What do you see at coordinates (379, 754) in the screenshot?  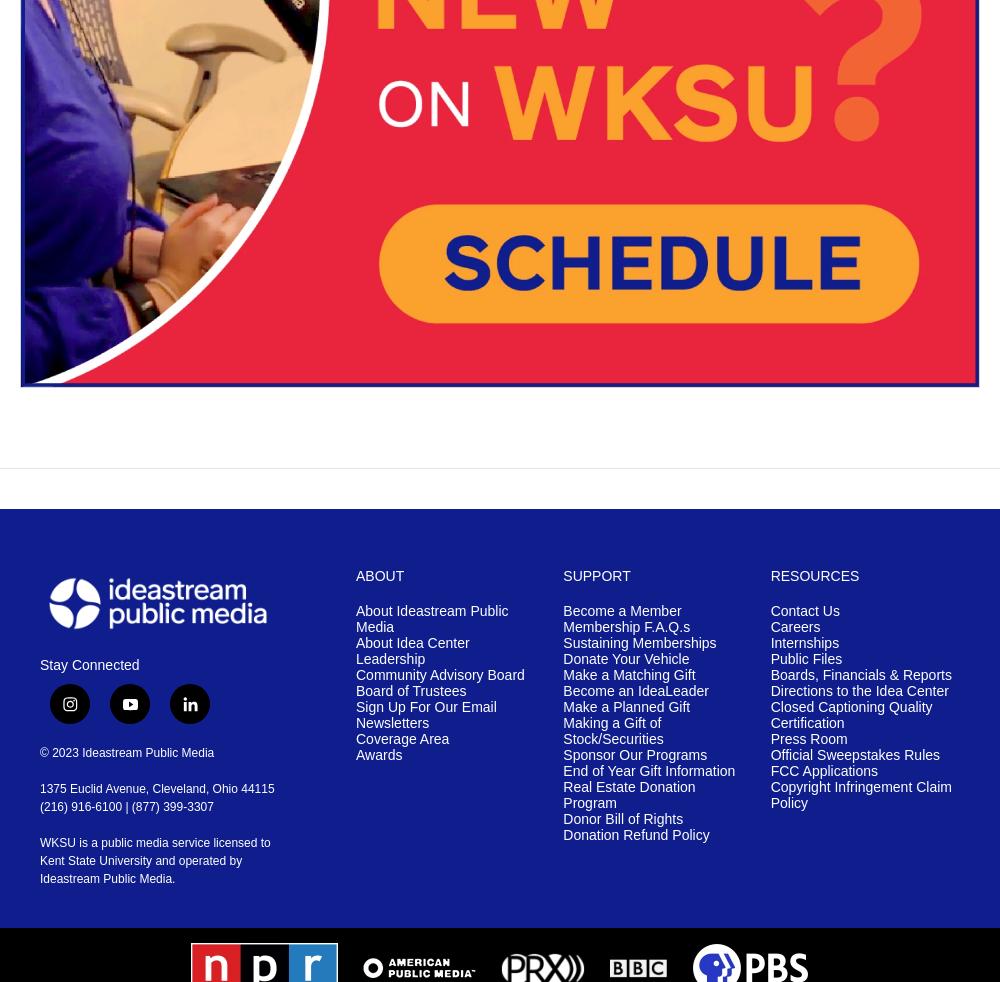 I see `'Awards'` at bounding box center [379, 754].